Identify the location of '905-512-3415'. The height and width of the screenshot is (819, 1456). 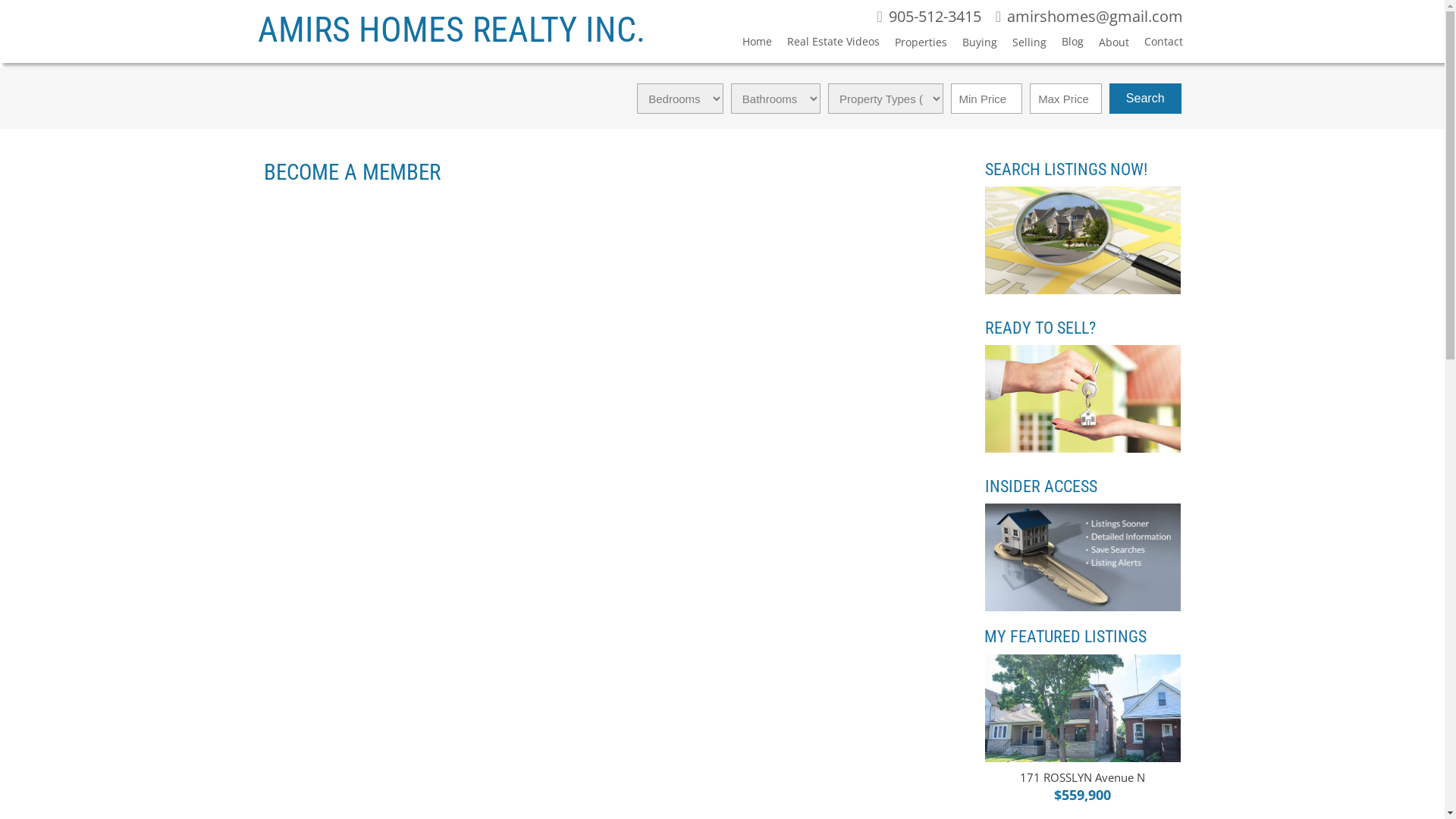
(927, 17).